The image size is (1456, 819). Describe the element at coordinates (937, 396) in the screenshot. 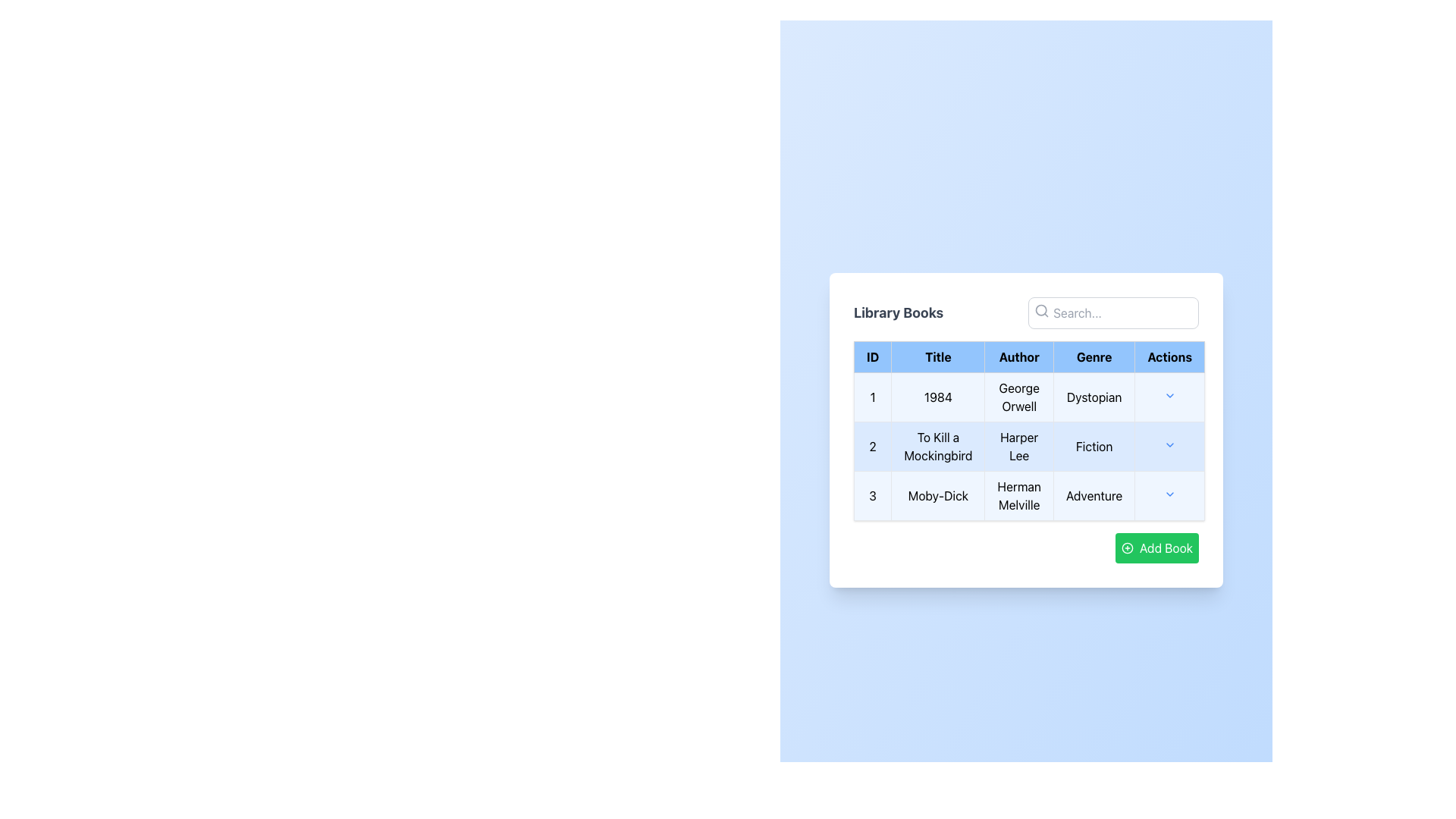

I see `the title cell of the book '1984' in the library book listing table, which is the second cell in the row and located between the cells containing '1' and 'George Orwell'` at that location.